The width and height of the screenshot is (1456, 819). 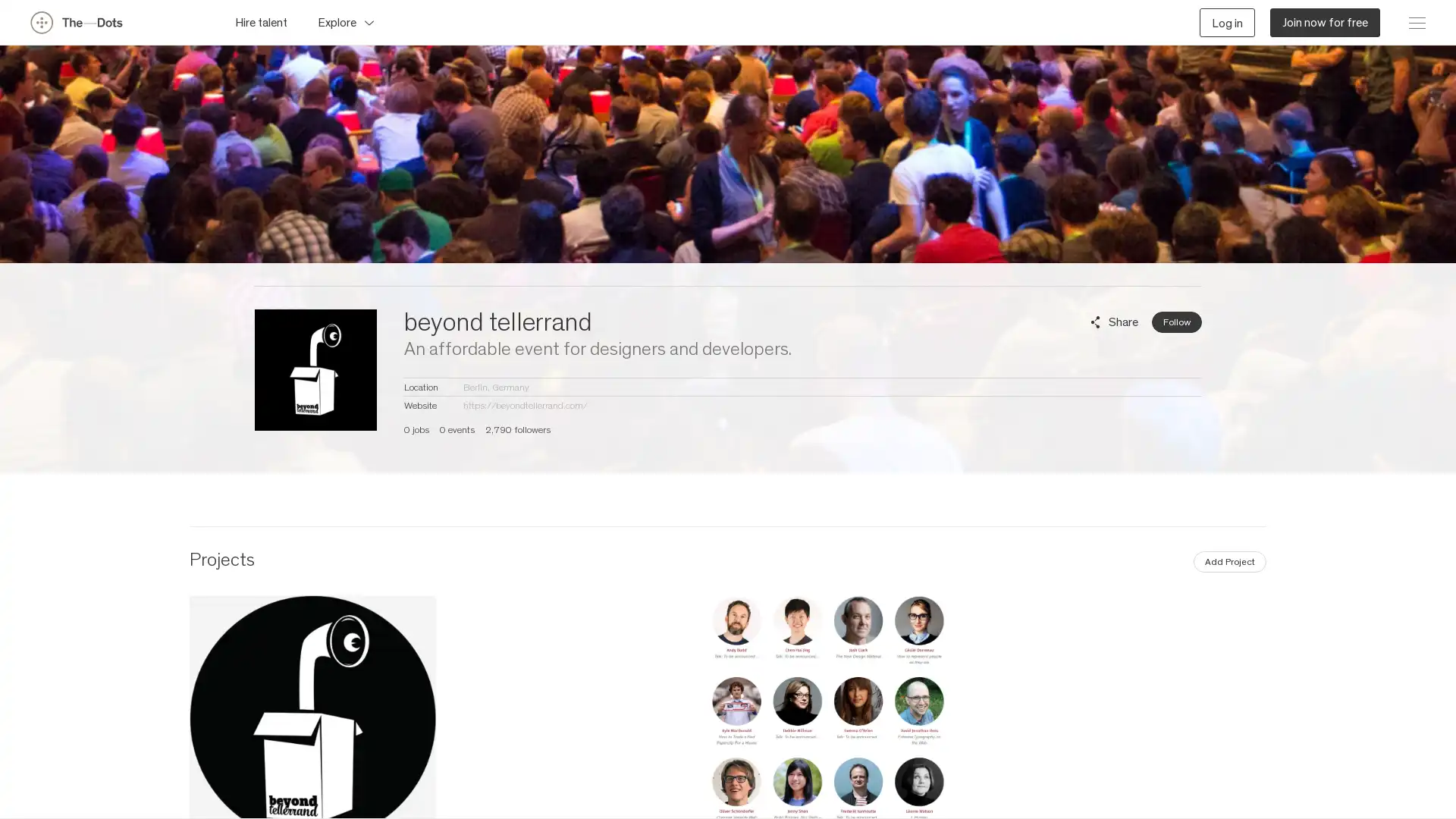 What do you see at coordinates (1027, 717) in the screenshot?
I see `Save` at bounding box center [1027, 717].